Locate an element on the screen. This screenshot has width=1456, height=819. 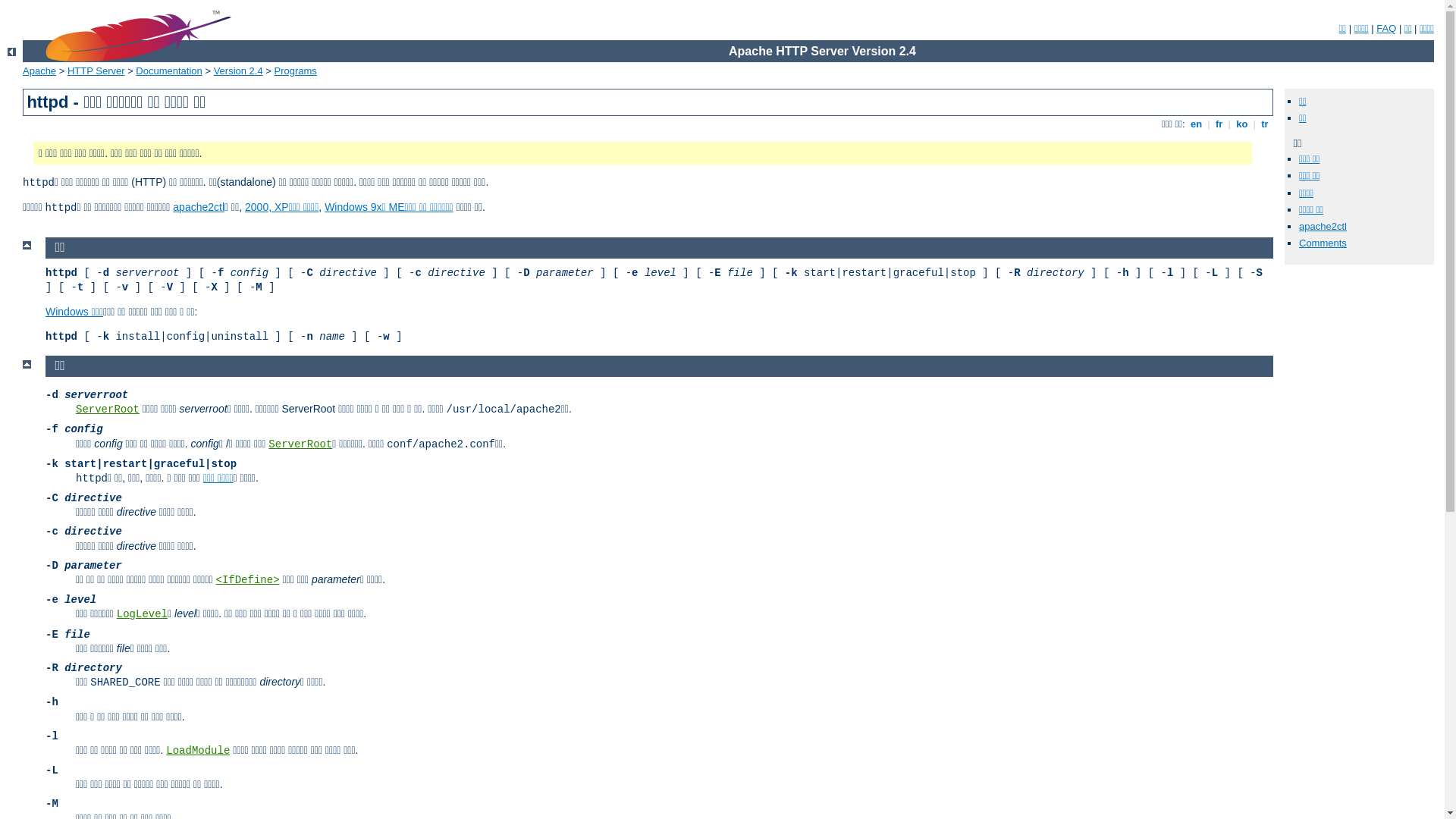
'<IfDefine>' is located at coordinates (215, 579).